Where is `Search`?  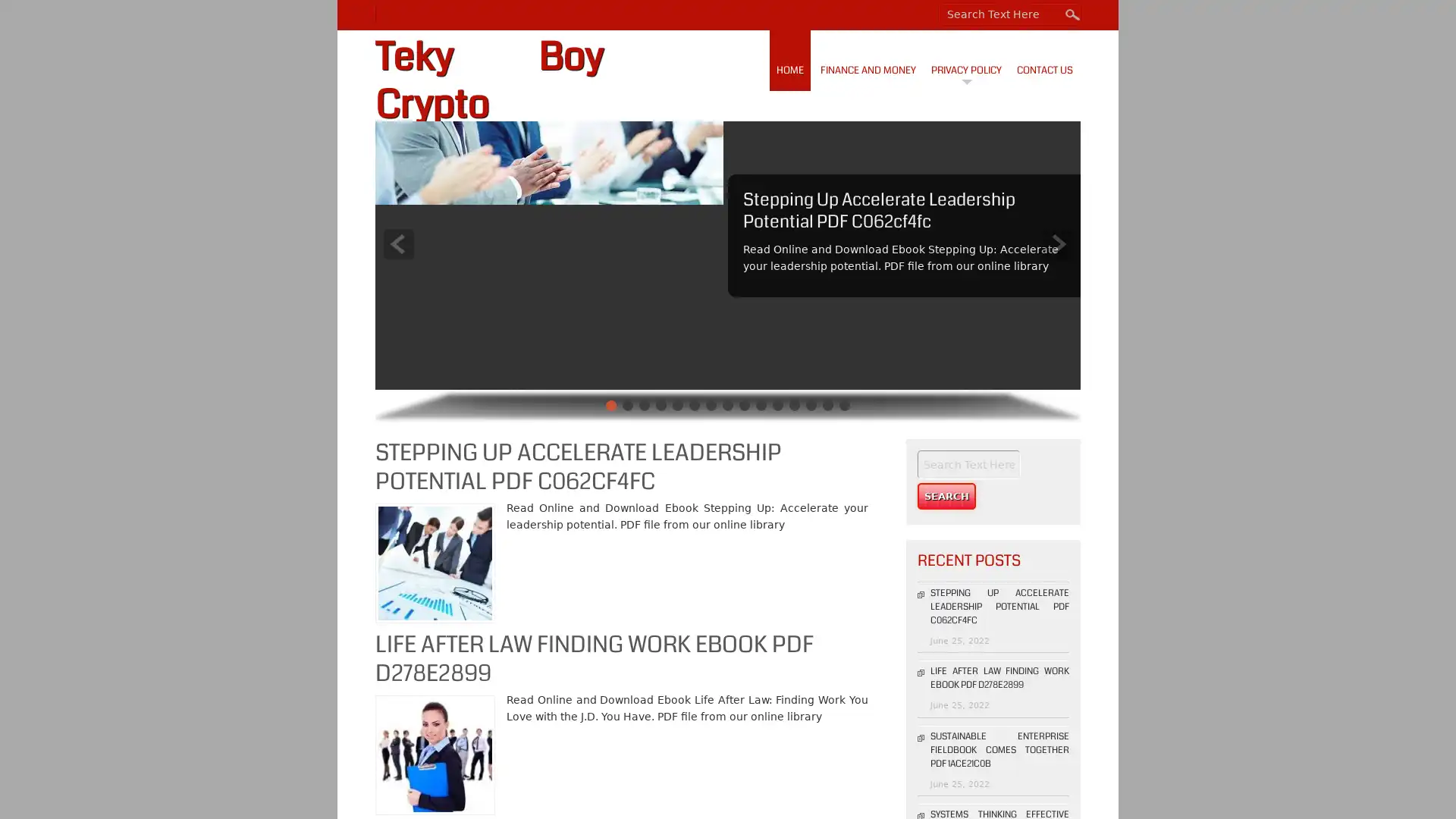
Search is located at coordinates (946, 496).